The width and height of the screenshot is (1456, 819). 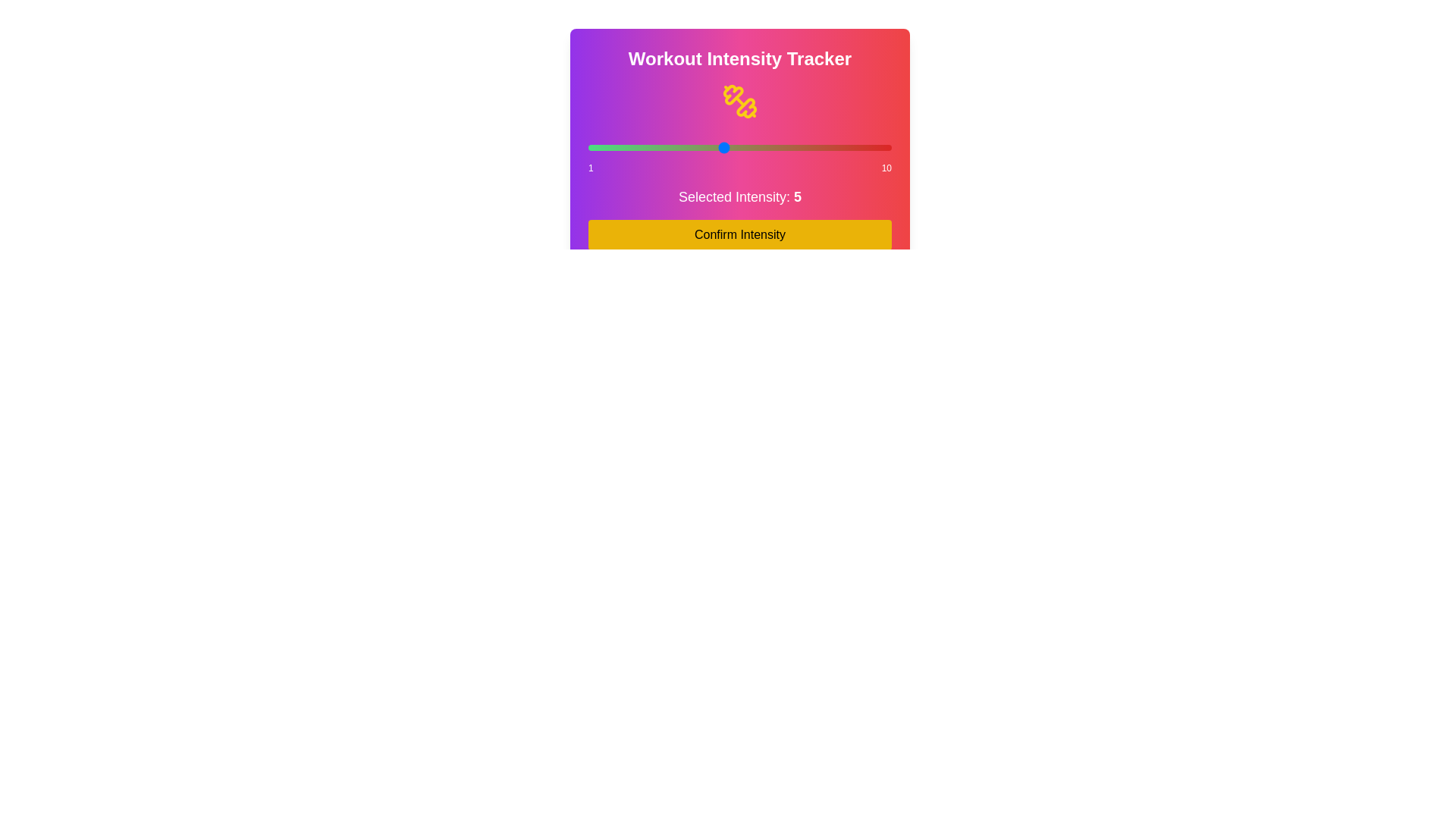 I want to click on 'Confirm Intensity' button to confirm the selected intensity, so click(x=739, y=234).